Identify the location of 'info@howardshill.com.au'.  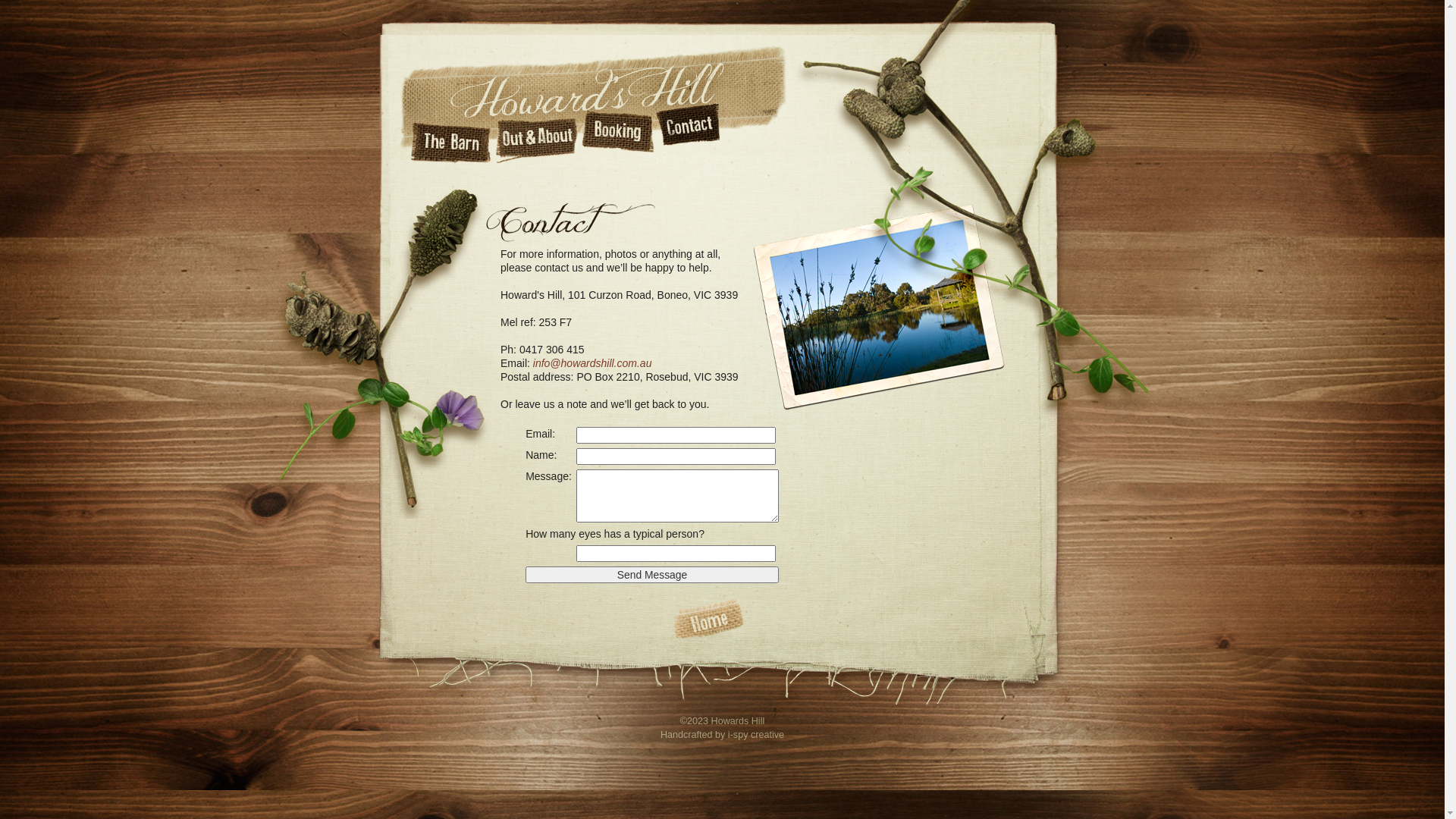
(591, 362).